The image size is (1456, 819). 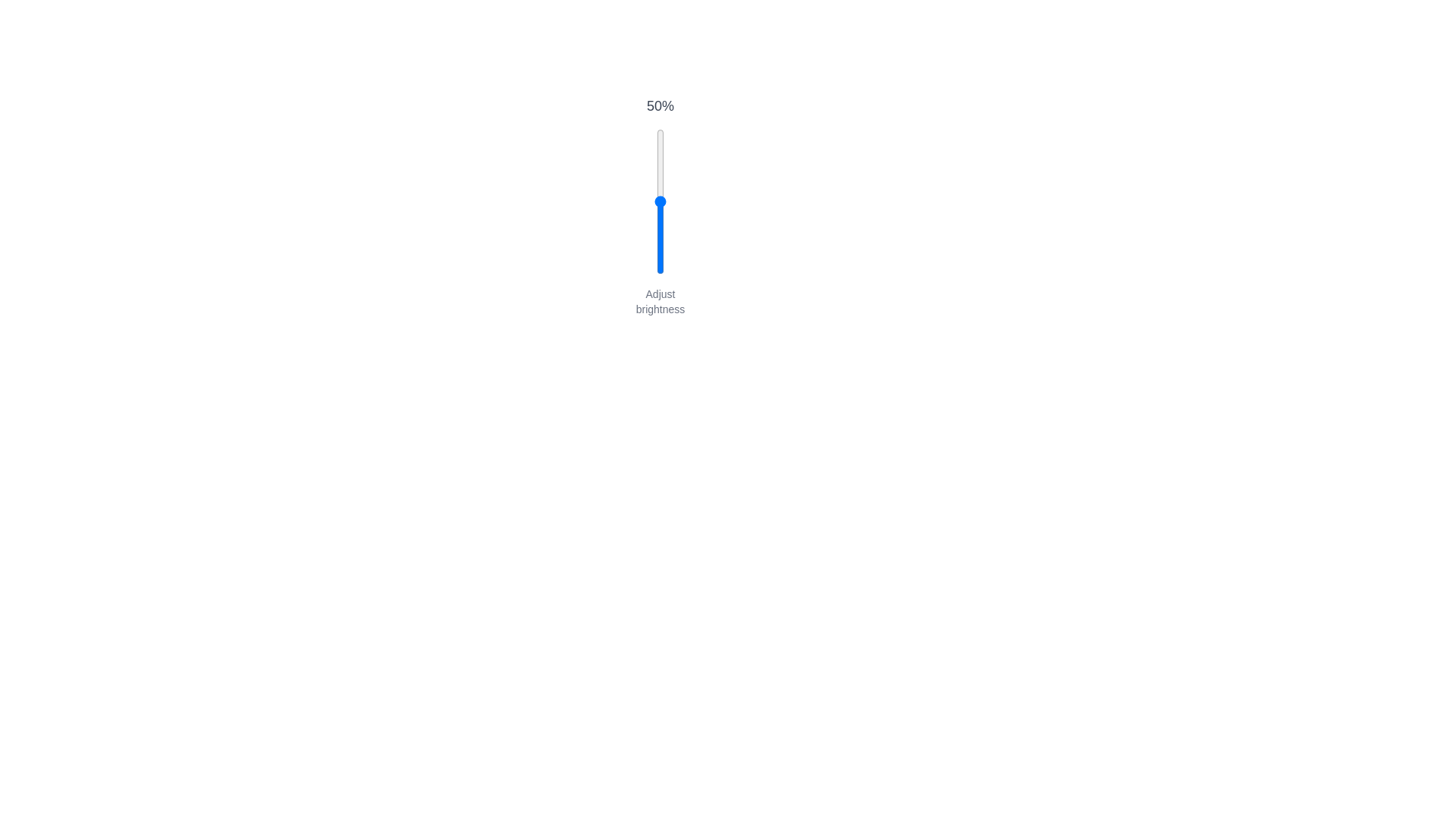 What do you see at coordinates (660, 168) in the screenshot?
I see `brightness` at bounding box center [660, 168].